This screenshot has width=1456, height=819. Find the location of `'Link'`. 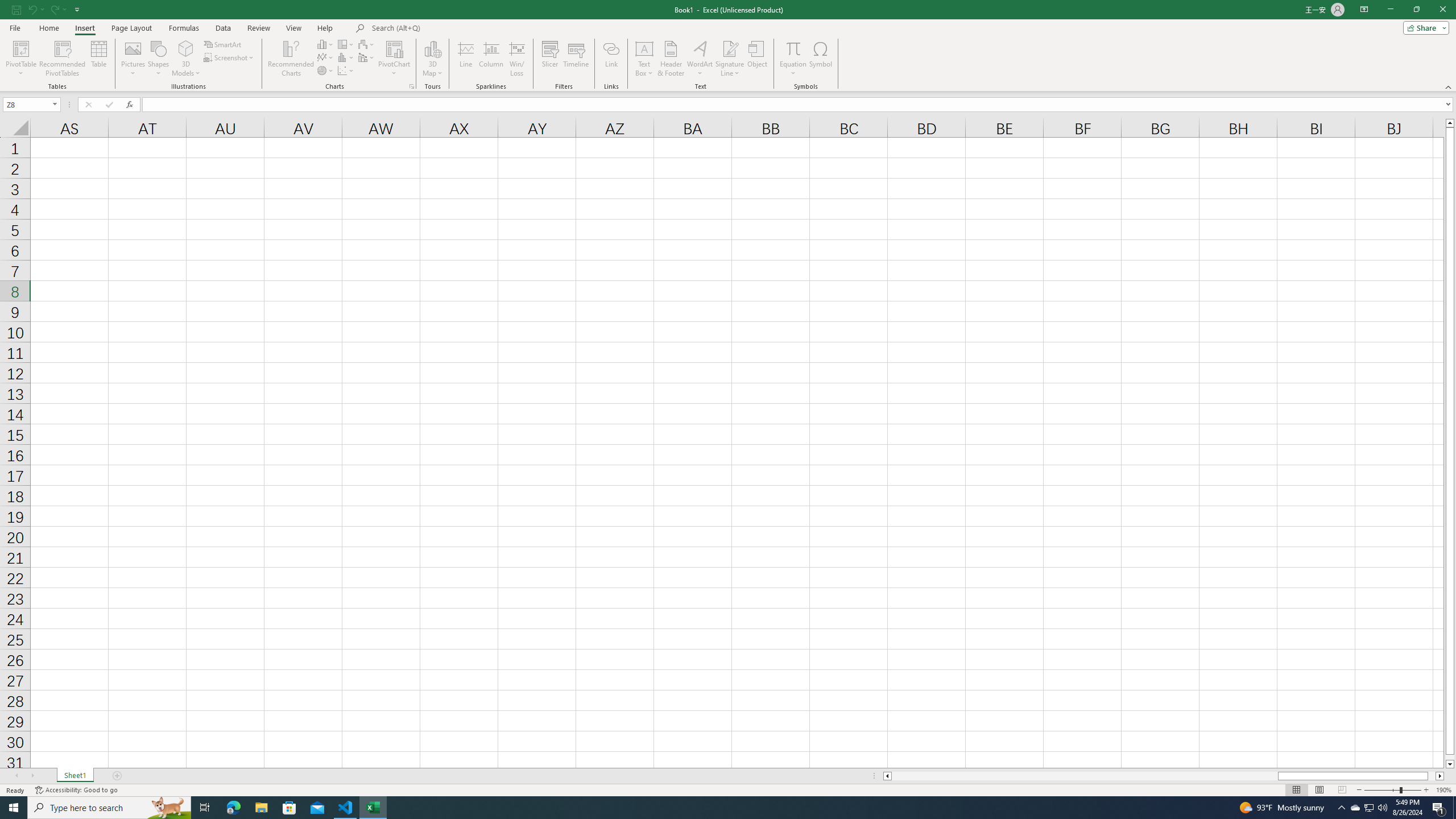

'Link' is located at coordinates (611, 59).